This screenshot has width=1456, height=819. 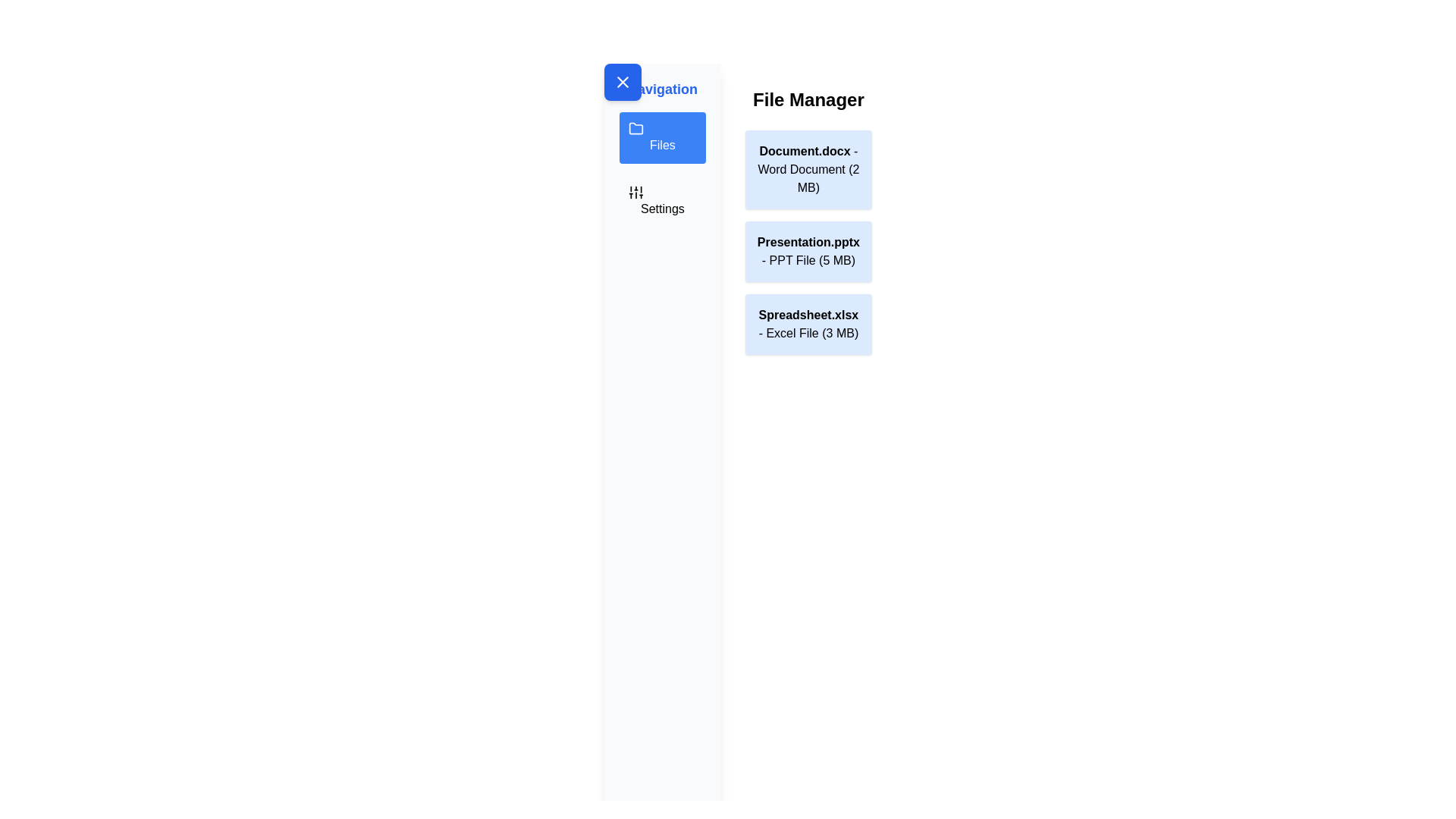 I want to click on the bold text label displaying 'File Manager' located at the top center-right of the content area, so click(x=808, y=99).